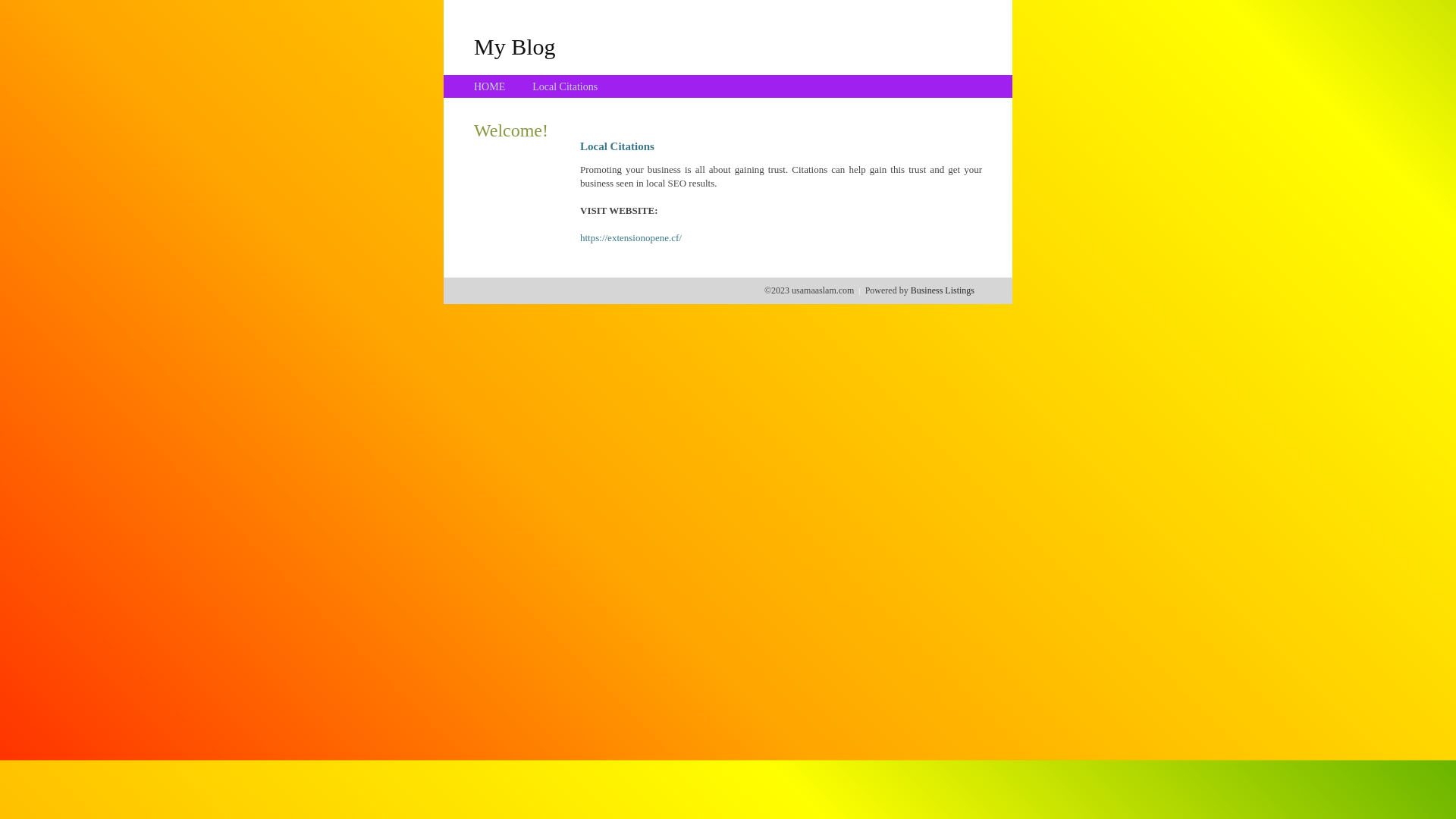  I want to click on 'https://extensionopene.cf/', so click(630, 237).